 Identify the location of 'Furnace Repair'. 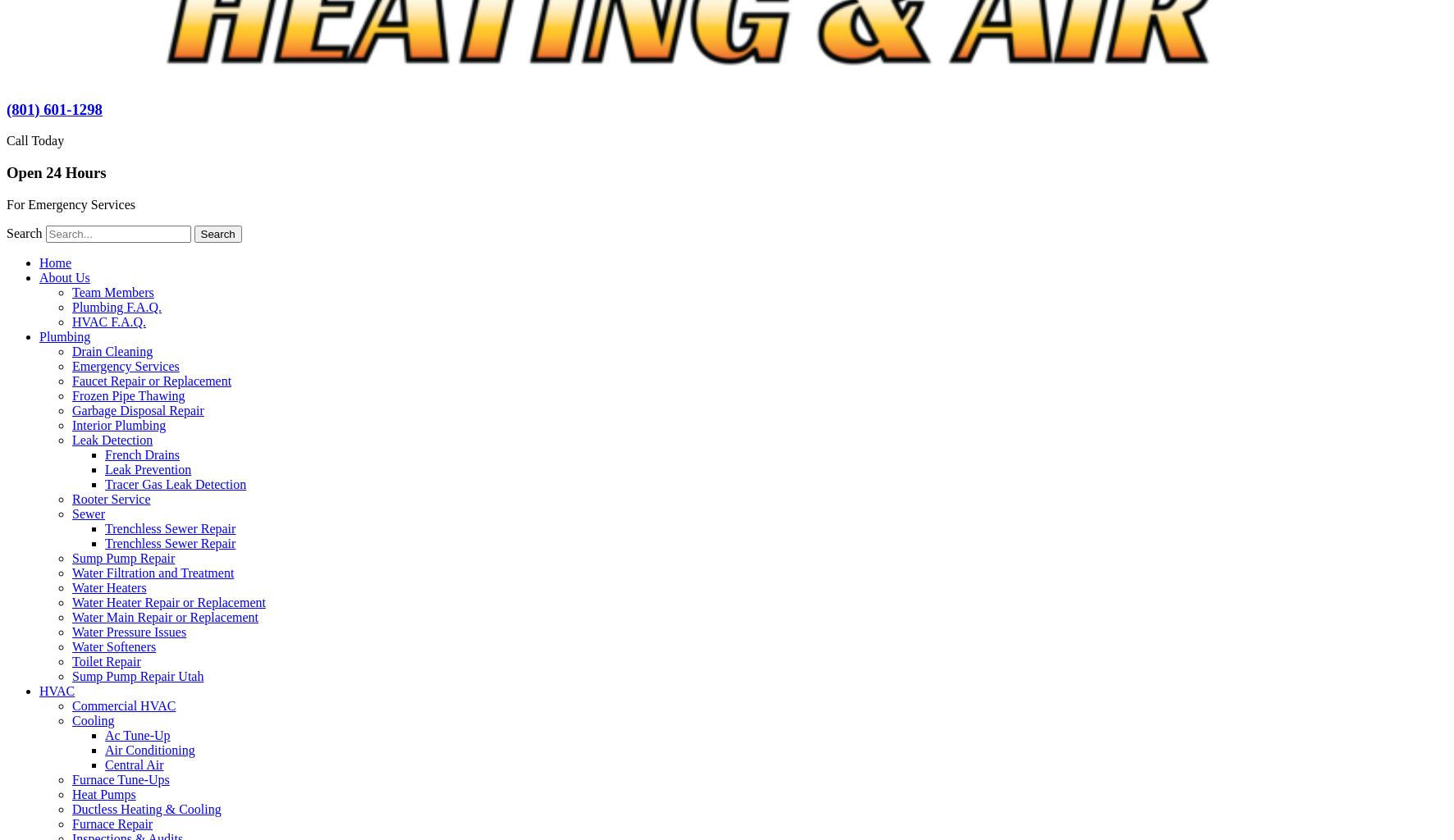
(112, 822).